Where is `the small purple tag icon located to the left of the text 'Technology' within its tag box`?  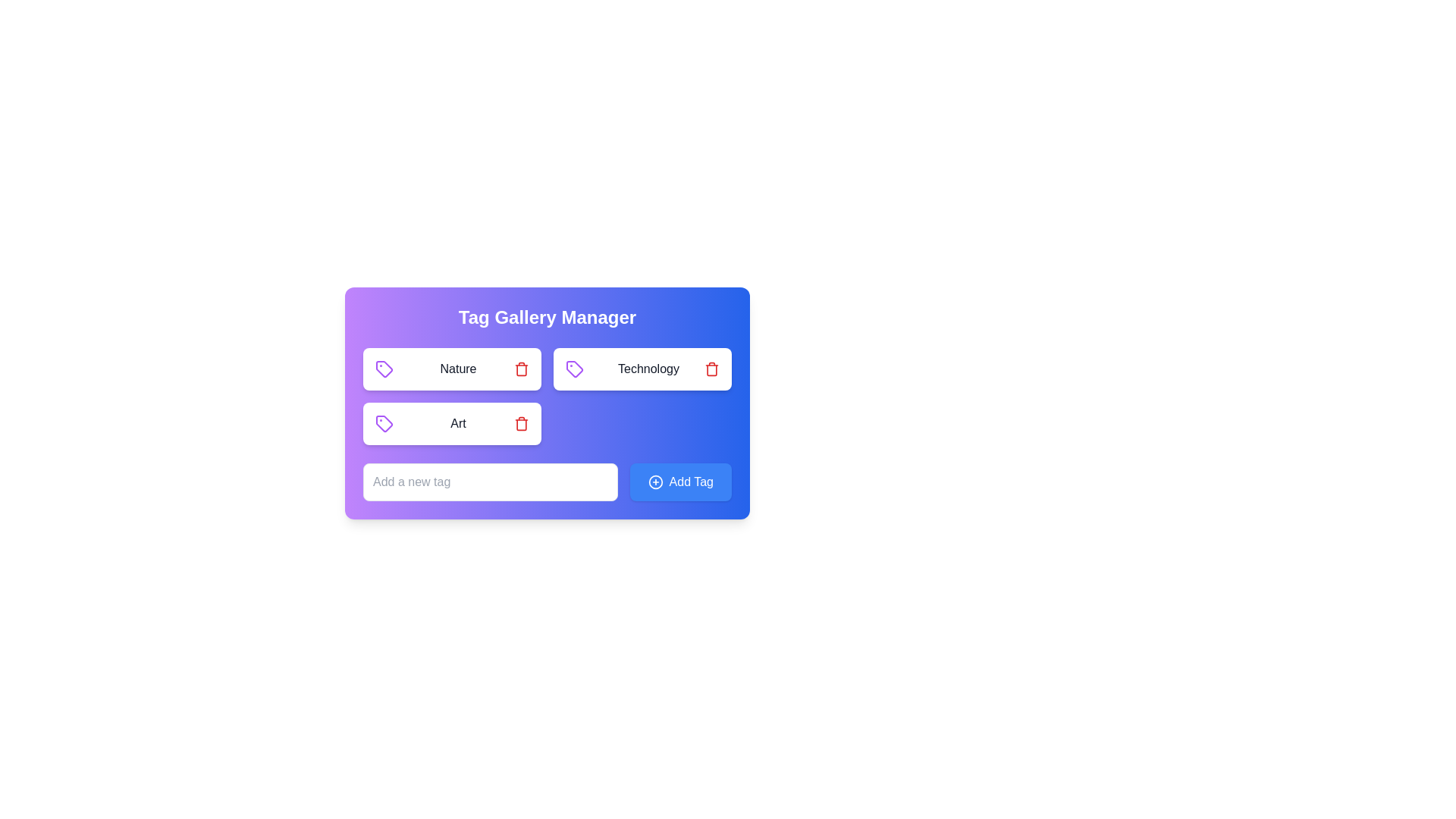 the small purple tag icon located to the left of the text 'Technology' within its tag box is located at coordinates (574, 369).